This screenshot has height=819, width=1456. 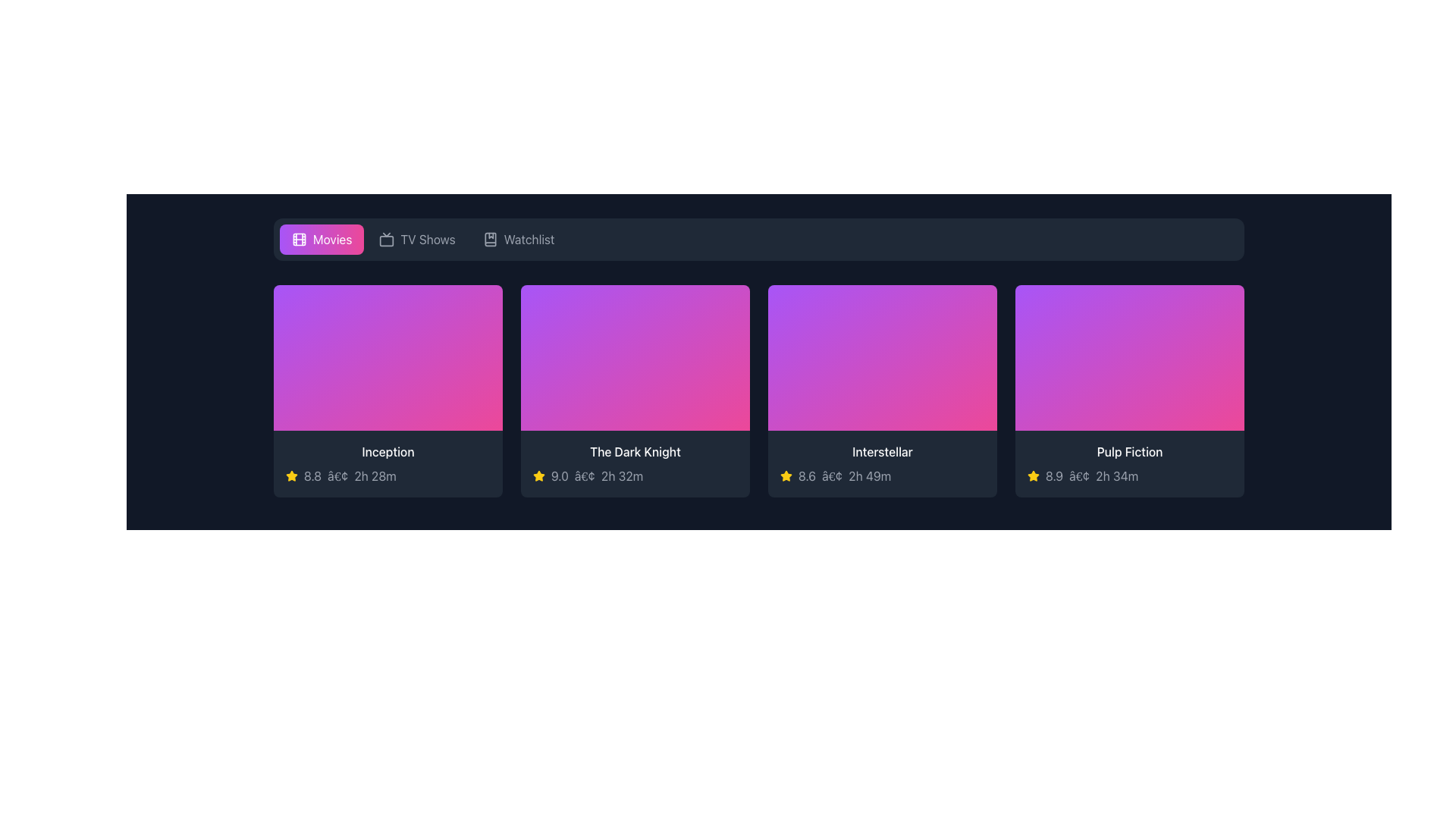 I want to click on the static text displaying '2h 28m' in gray color, located in the bottom-left corner of the card for 'Inception', adjacent to other metadata, so click(x=375, y=475).